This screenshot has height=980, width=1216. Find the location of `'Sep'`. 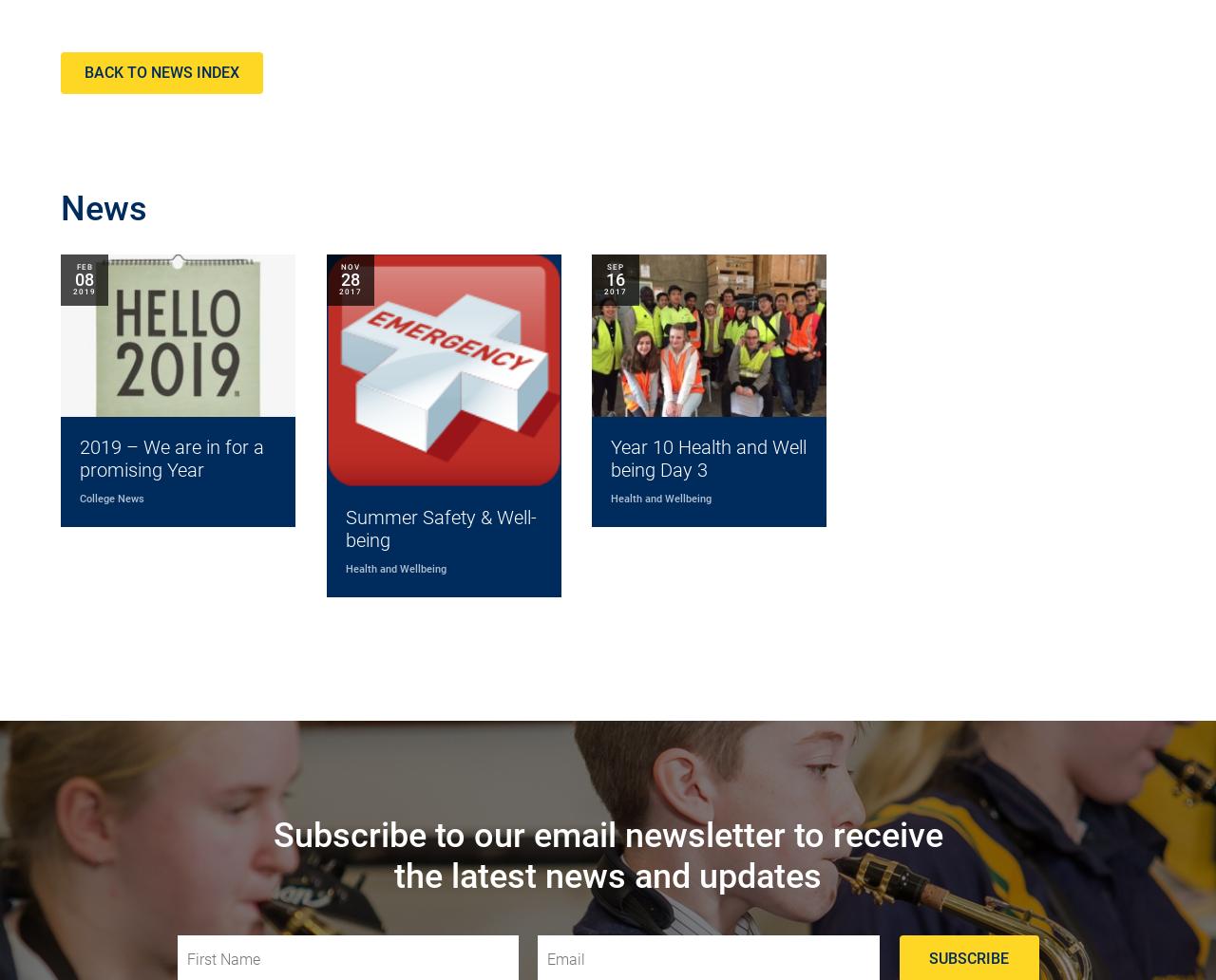

'Sep' is located at coordinates (605, 266).